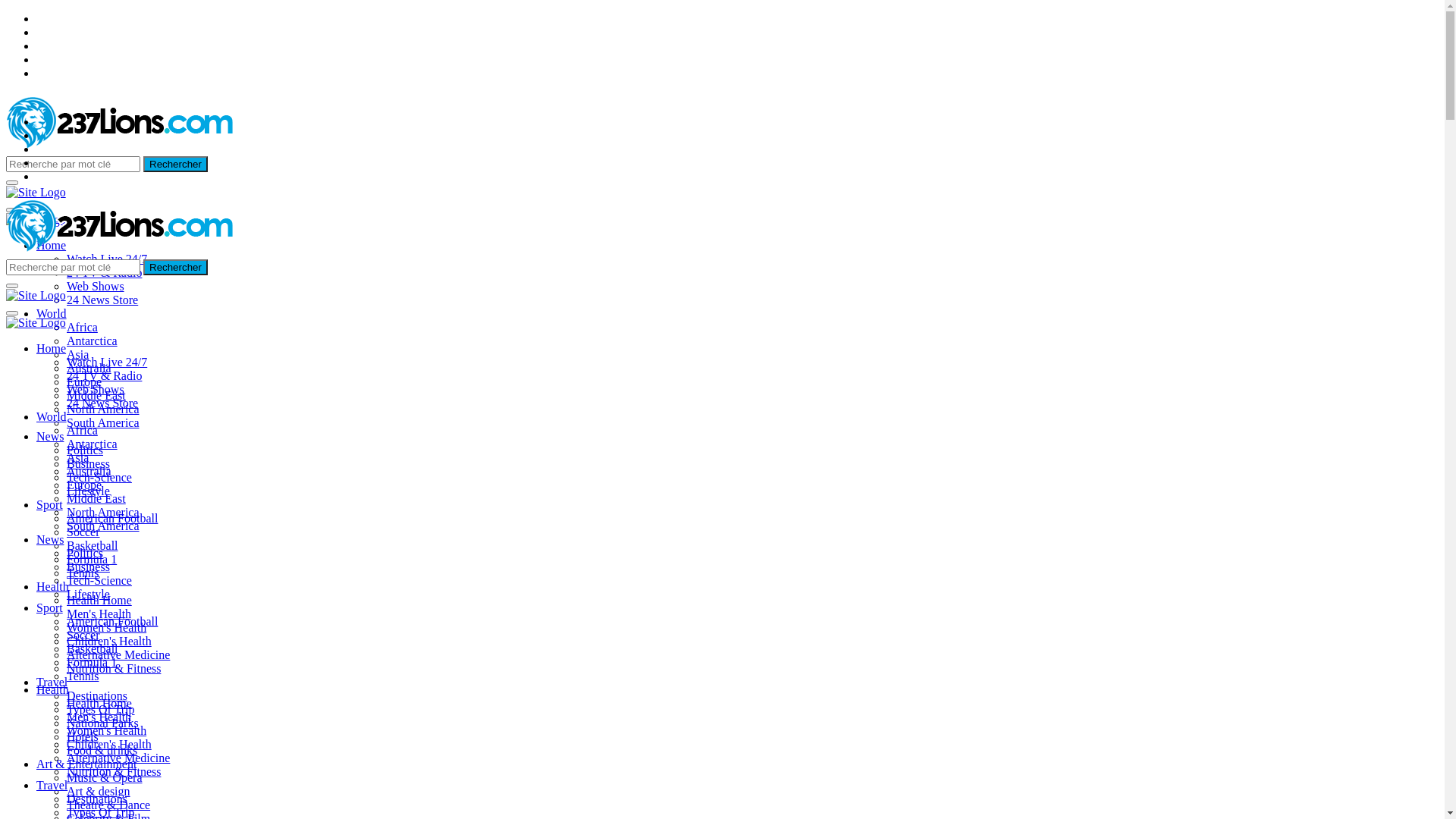 The height and width of the screenshot is (819, 1456). What do you see at coordinates (65, 627) in the screenshot?
I see `'Women's Health'` at bounding box center [65, 627].